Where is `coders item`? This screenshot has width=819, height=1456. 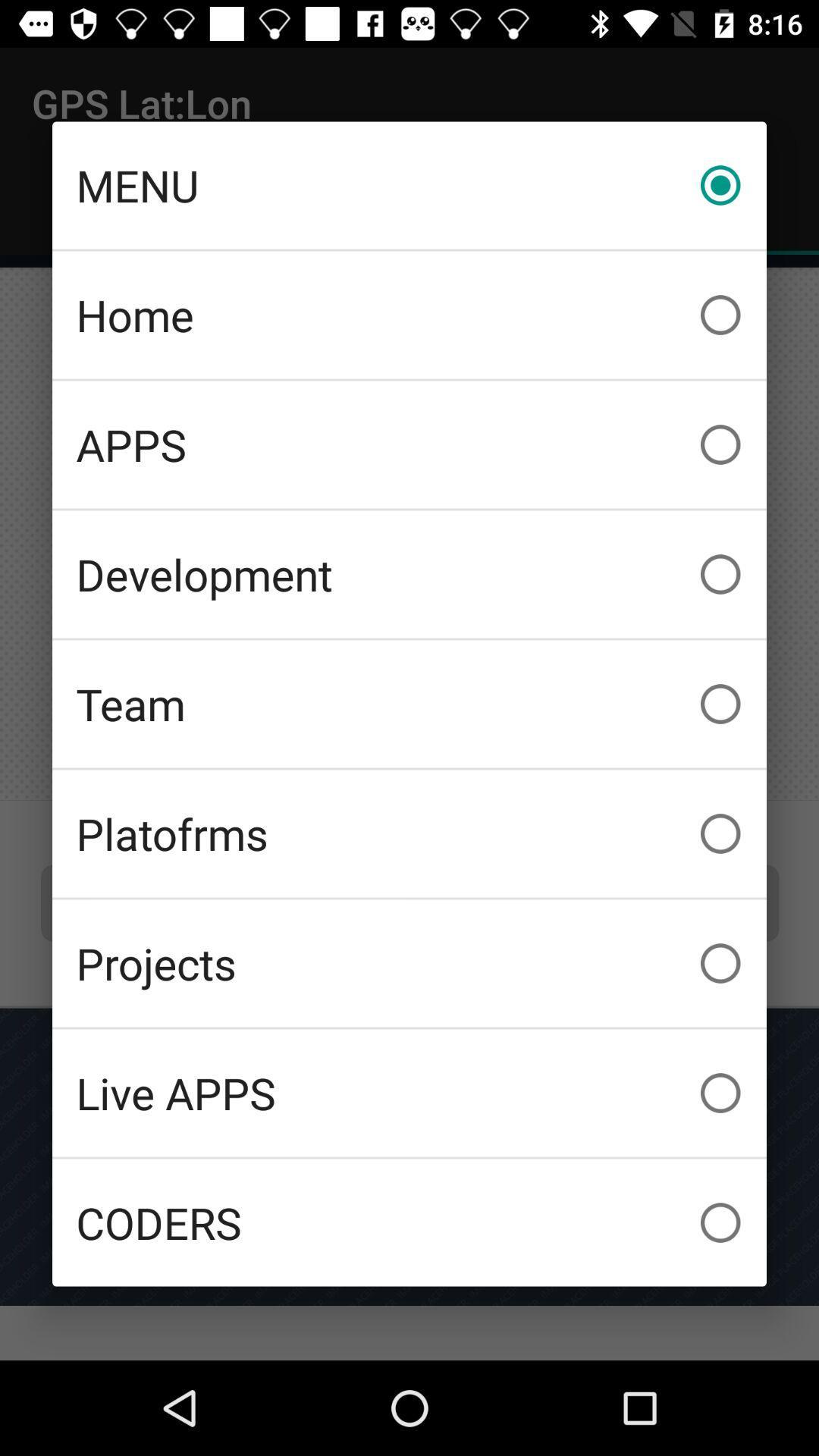
coders item is located at coordinates (409, 1222).